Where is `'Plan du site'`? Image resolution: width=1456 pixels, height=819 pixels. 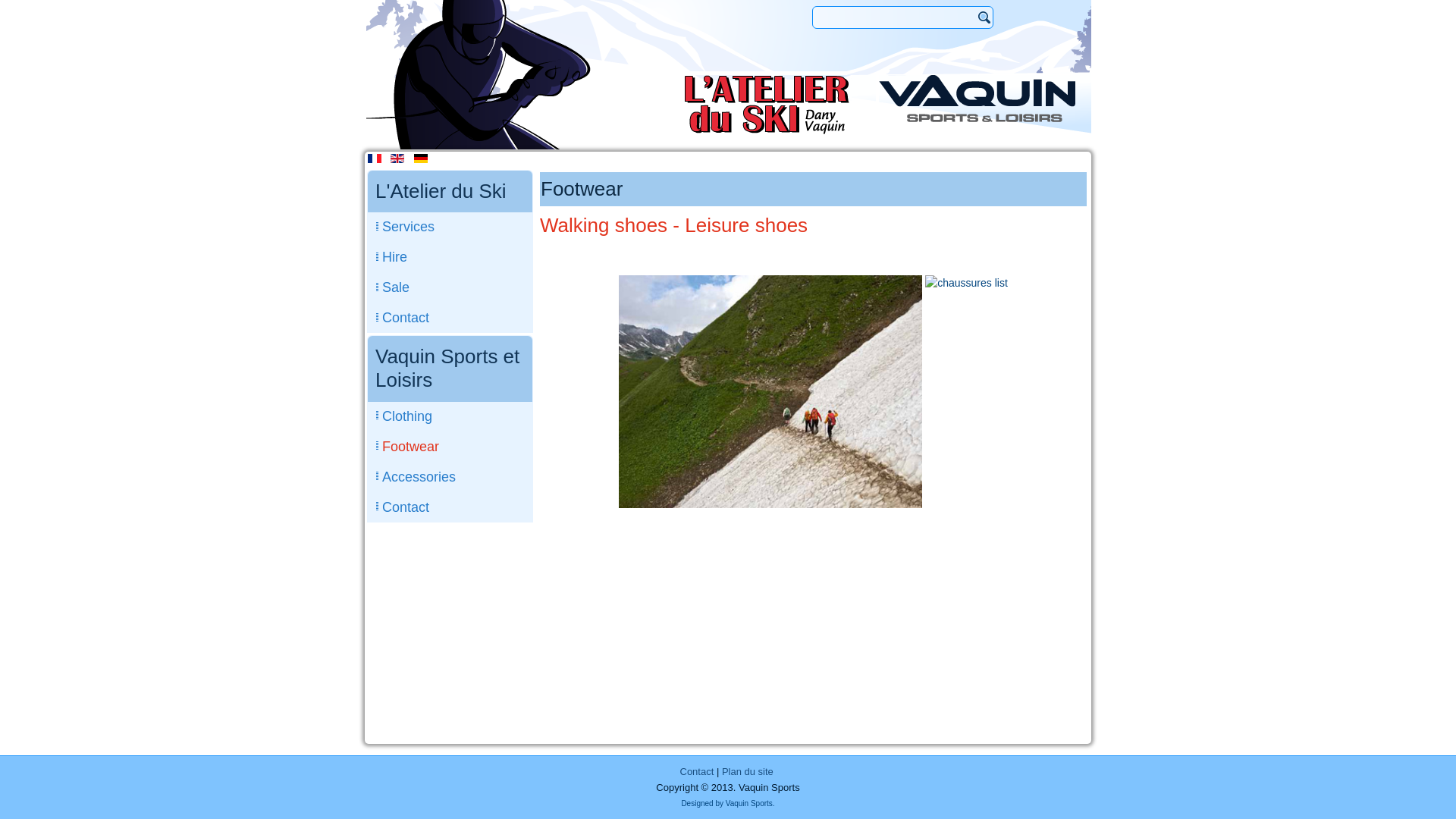 'Plan du site' is located at coordinates (747, 771).